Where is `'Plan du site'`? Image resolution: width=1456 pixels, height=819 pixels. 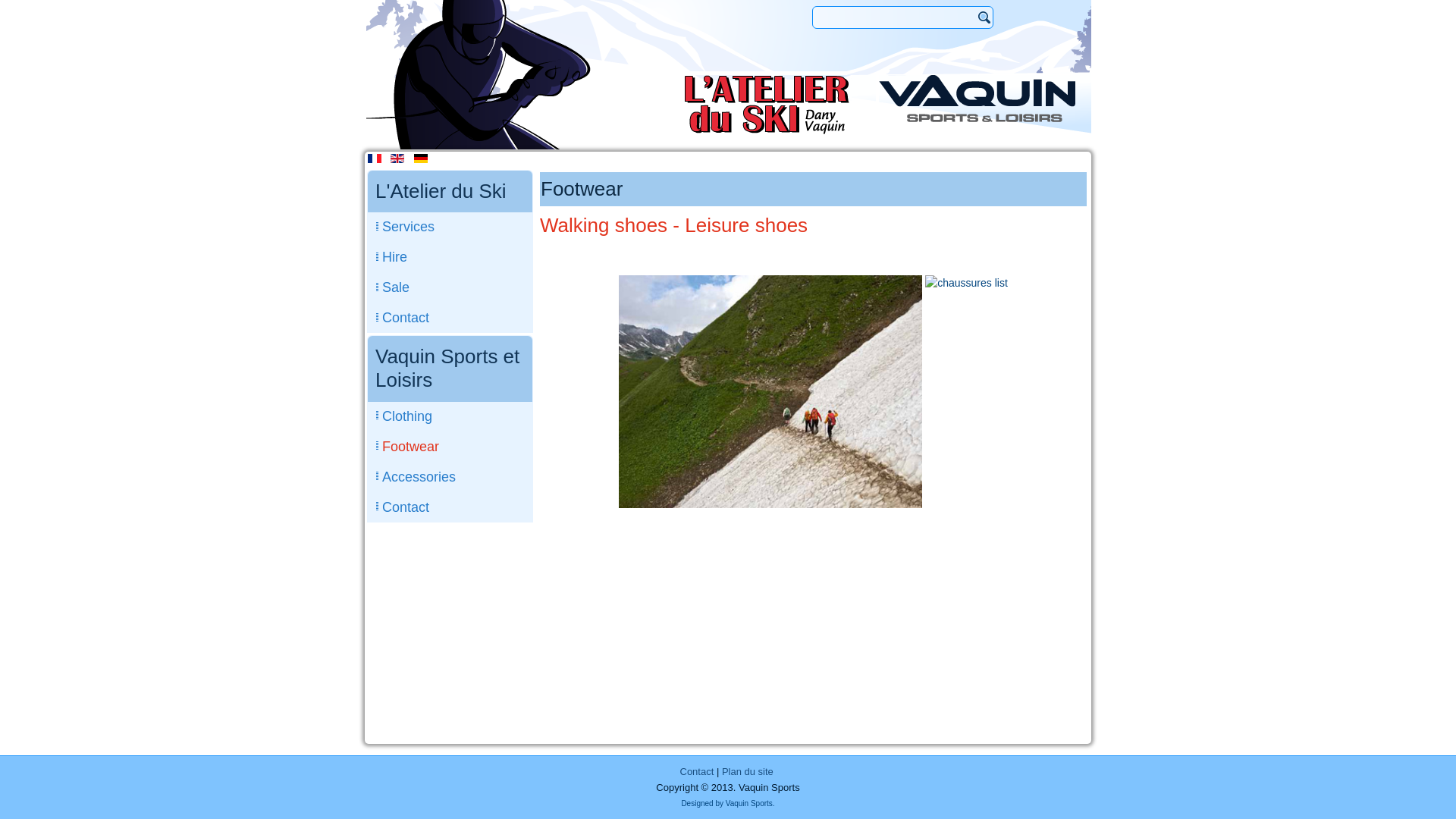 'Plan du site' is located at coordinates (747, 771).